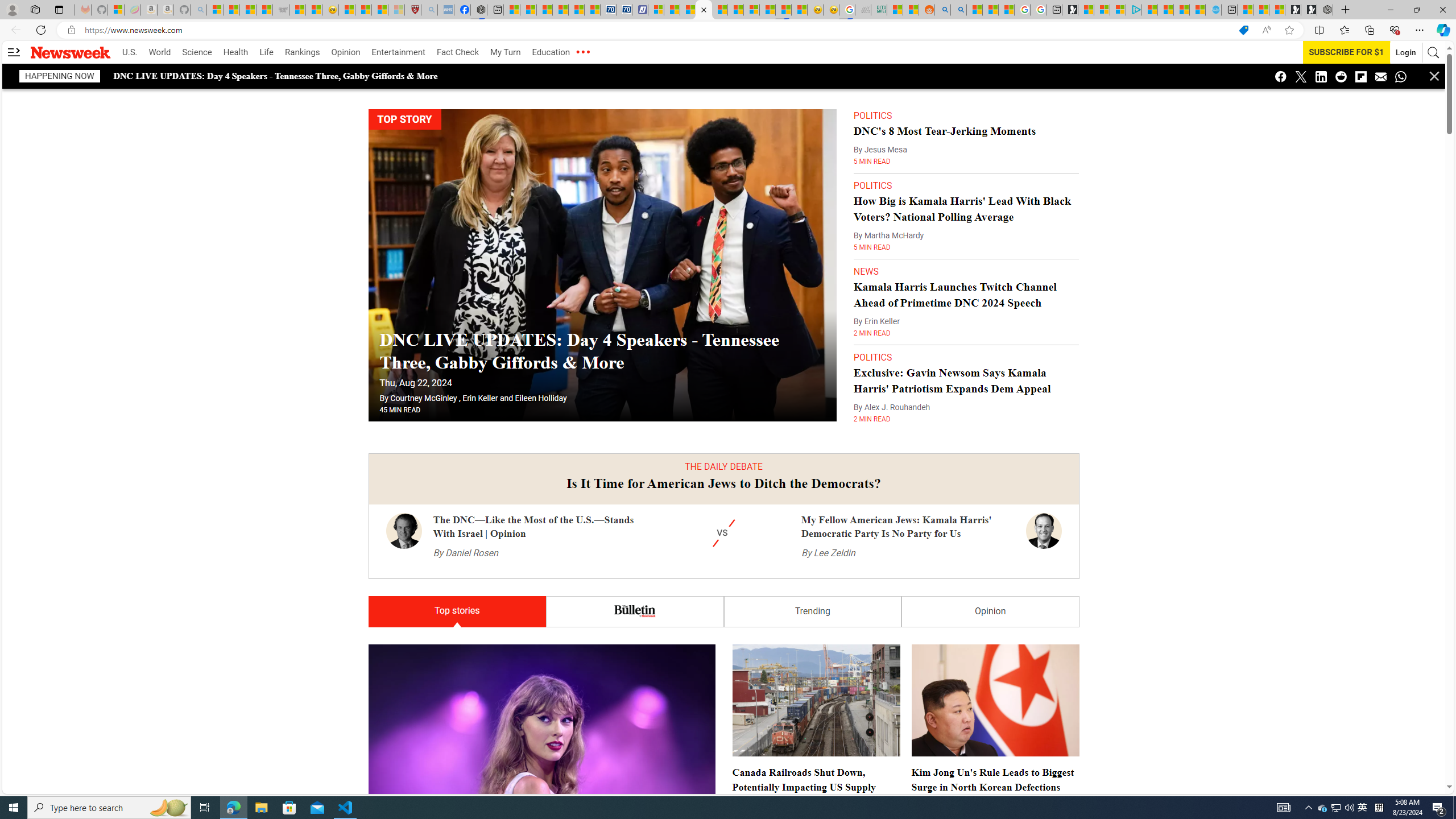  I want to click on 'Rankings', so click(302, 52).